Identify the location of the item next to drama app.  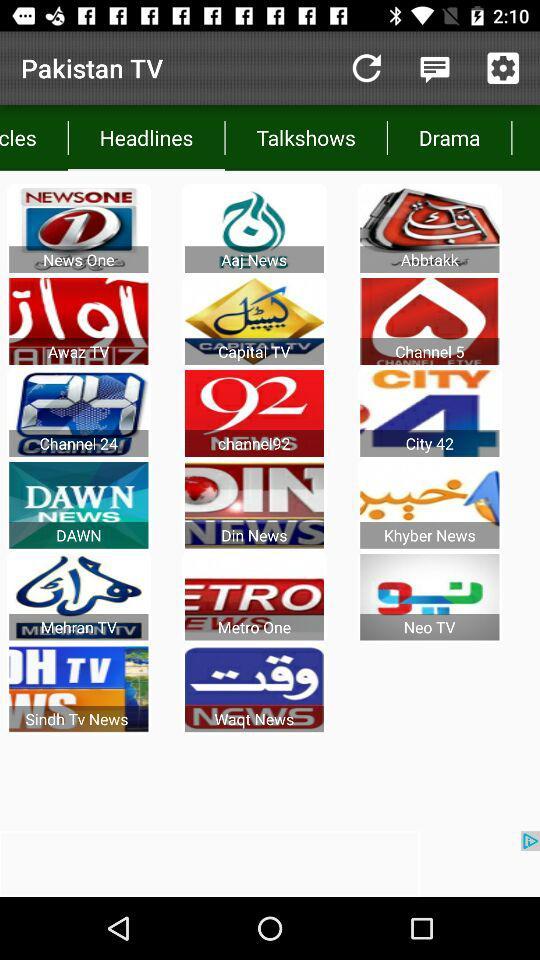
(525, 136).